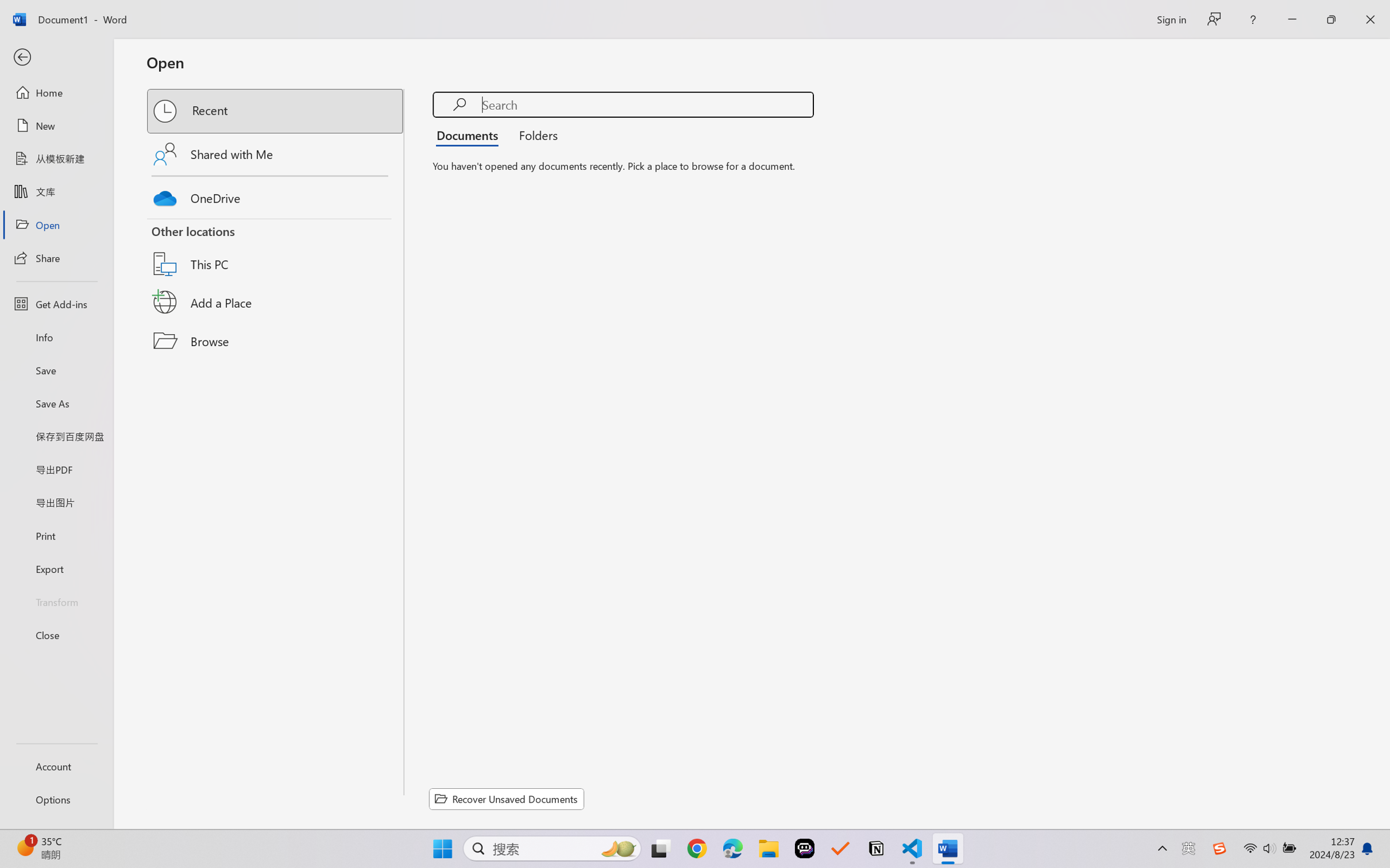 The height and width of the screenshot is (868, 1390). I want to click on 'Options', so click(56, 799).